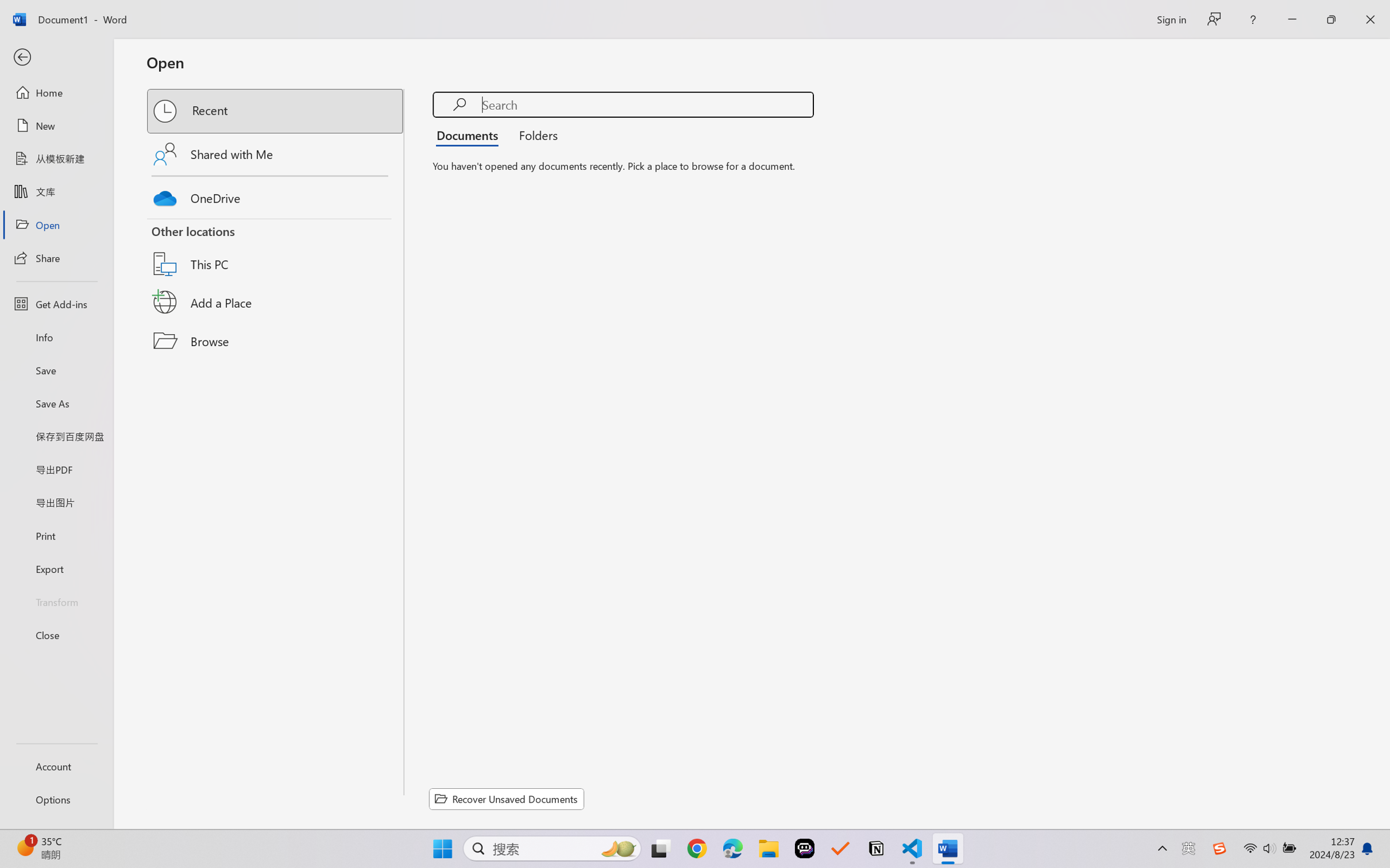 The height and width of the screenshot is (868, 1390). I want to click on 'Options', so click(56, 799).